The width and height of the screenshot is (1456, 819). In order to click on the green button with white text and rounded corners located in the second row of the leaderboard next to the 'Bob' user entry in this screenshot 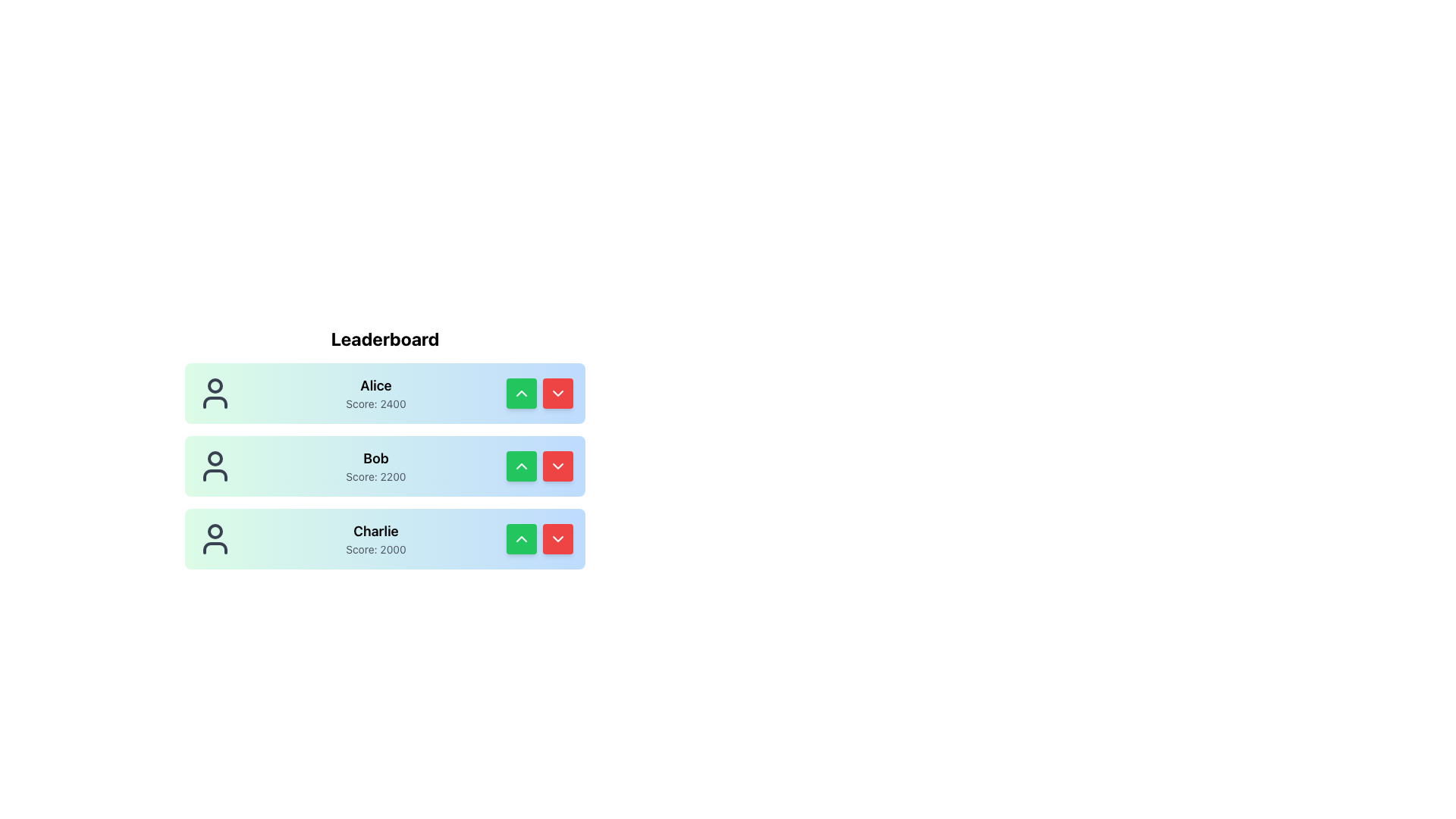, I will do `click(521, 465)`.